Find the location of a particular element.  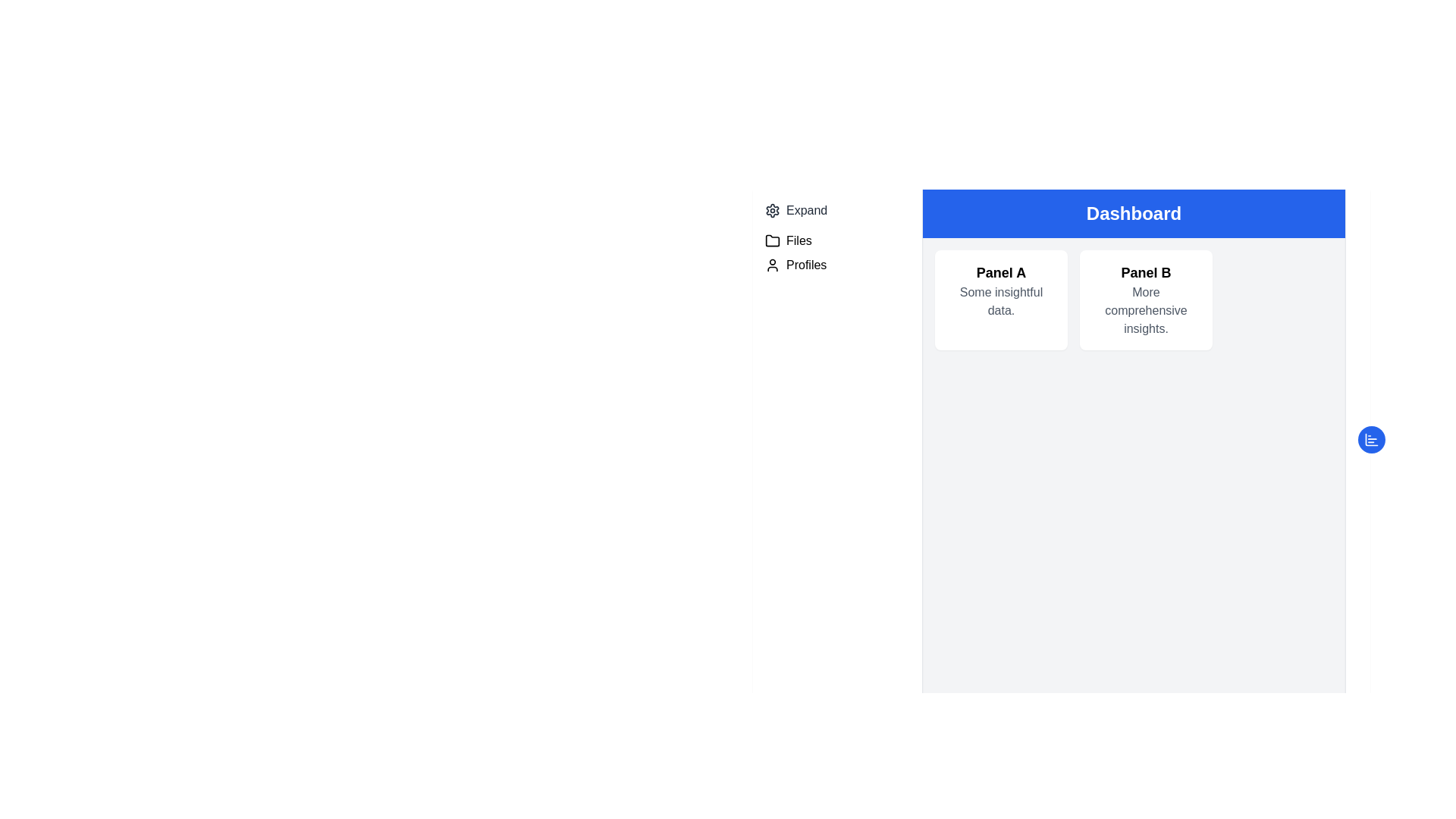

the 'Files' and 'Profiles' icons in the navigation menu is located at coordinates (836, 253).